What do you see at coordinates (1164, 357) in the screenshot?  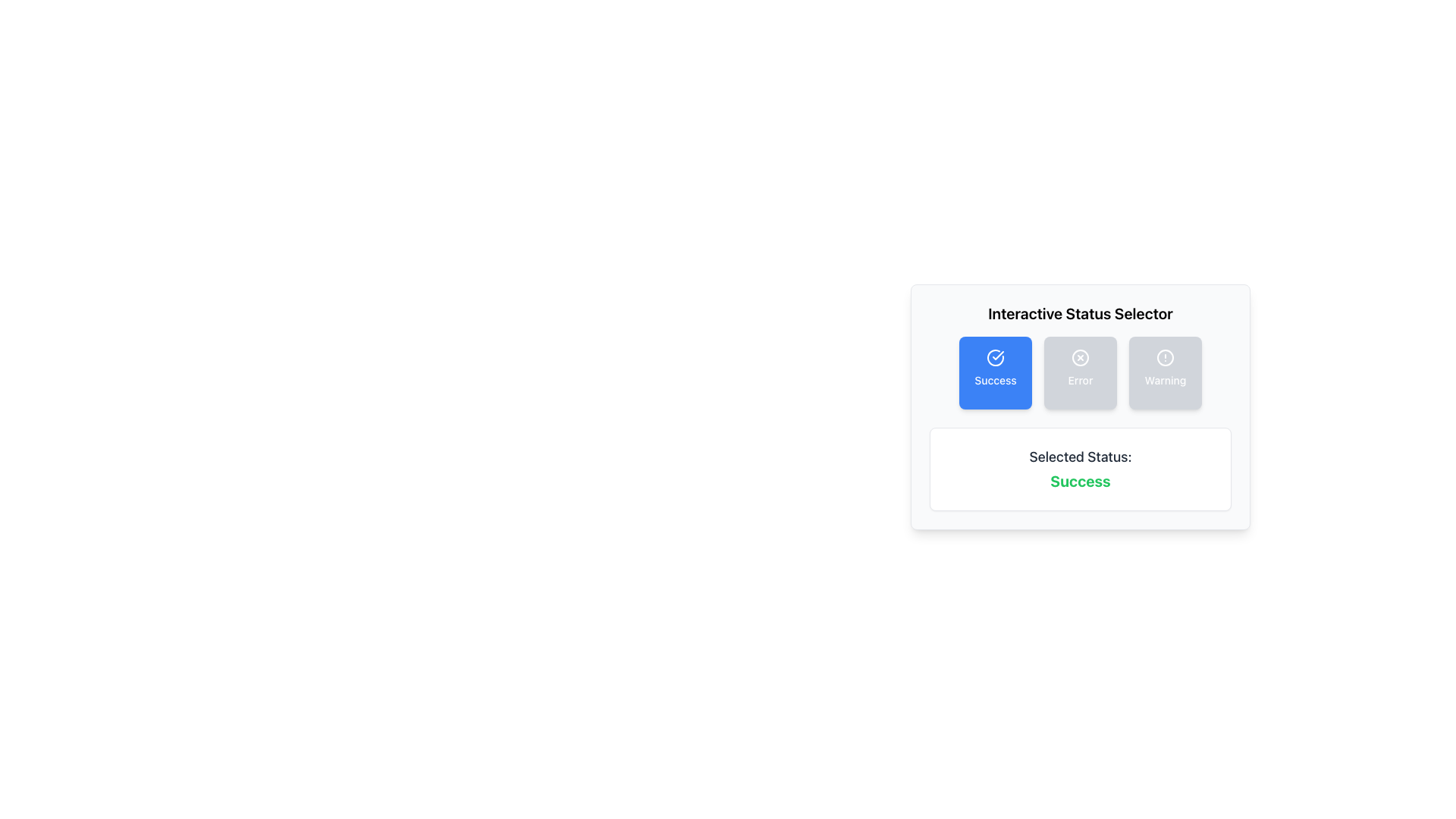 I see `the circular graphical component within the 'Warning' button of the 'Interactive Status Selector', which indicates a warning status` at bounding box center [1164, 357].